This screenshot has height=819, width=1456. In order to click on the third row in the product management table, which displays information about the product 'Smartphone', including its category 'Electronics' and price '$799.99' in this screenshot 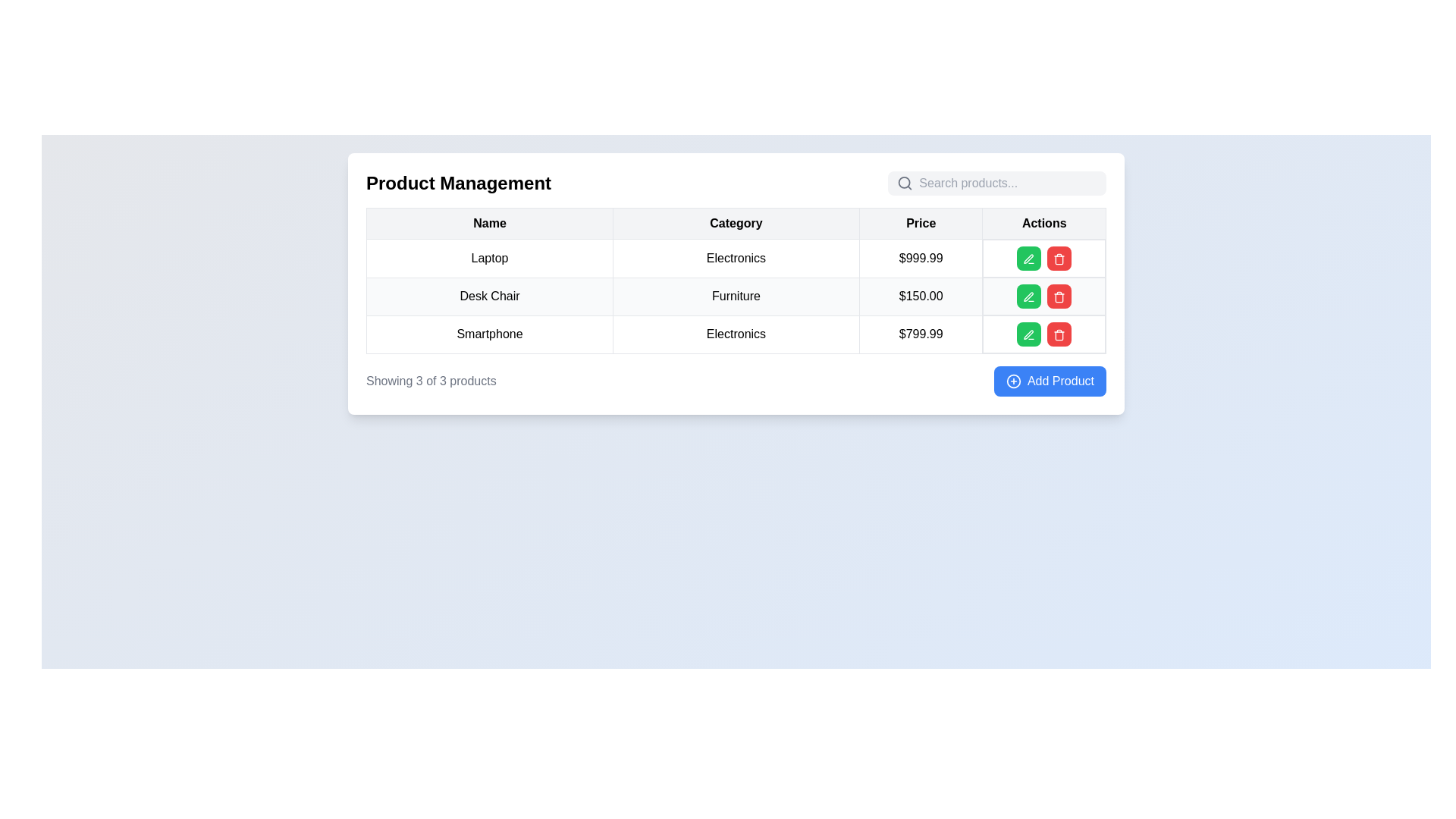, I will do `click(736, 333)`.